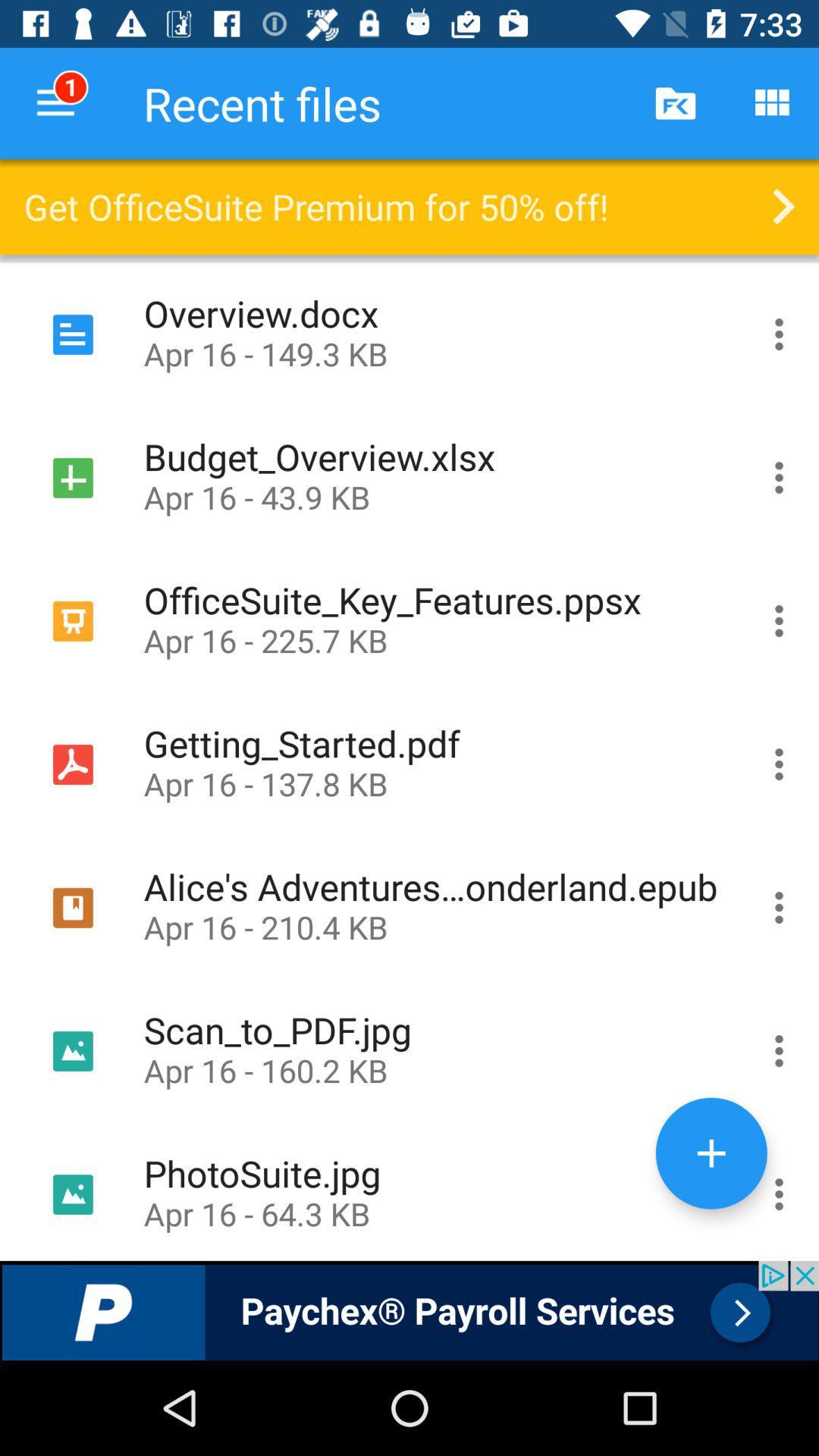  I want to click on open options, so click(779, 1191).